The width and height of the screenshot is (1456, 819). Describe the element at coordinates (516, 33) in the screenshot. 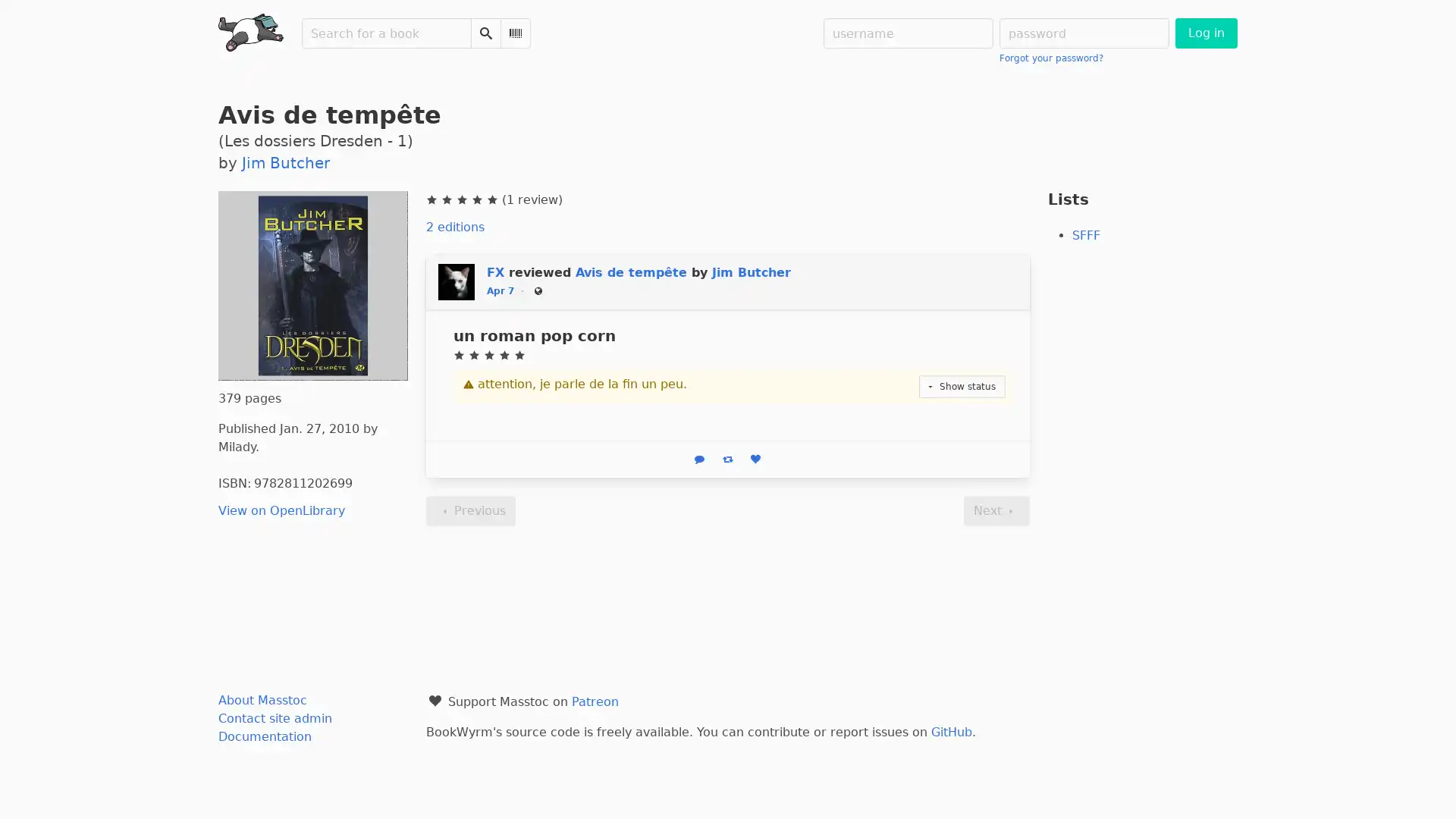

I see `Scan Barcode` at that location.